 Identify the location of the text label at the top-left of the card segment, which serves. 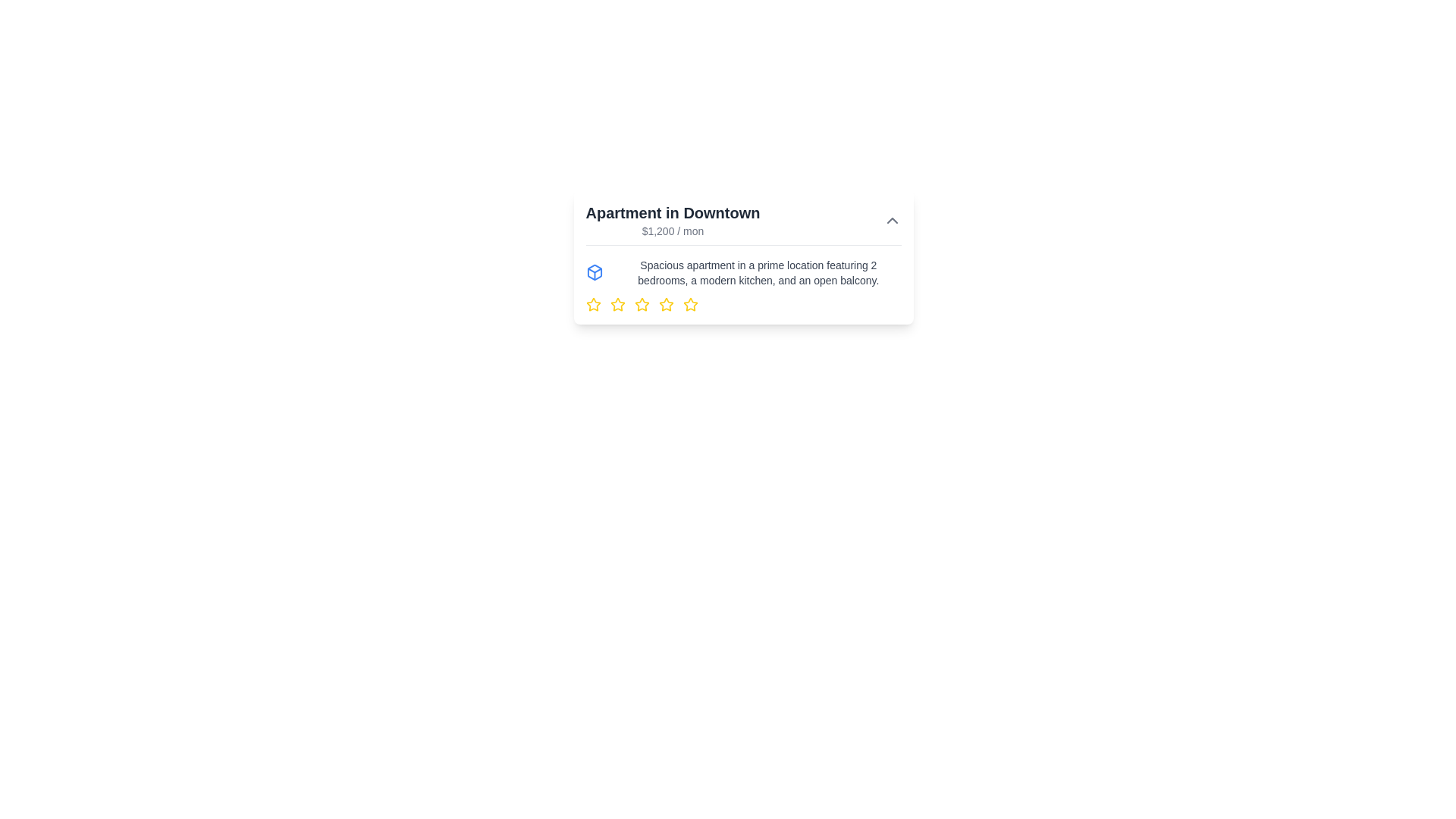
(672, 213).